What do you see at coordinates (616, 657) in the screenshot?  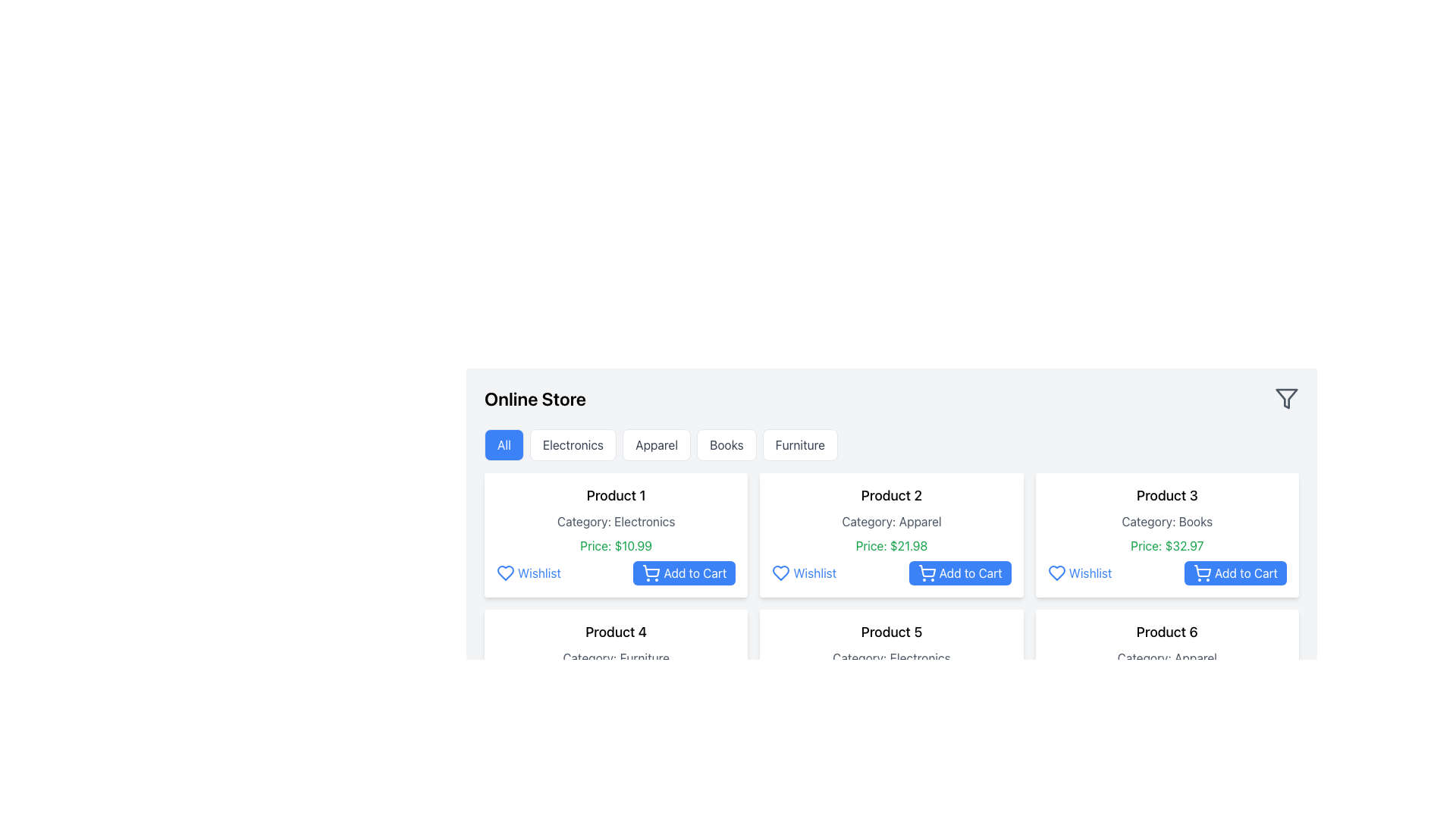 I see `text label indicating the category of the product, which is 'Furniture', located within the product card for 'Product 4', positioned below the title and above the price information` at bounding box center [616, 657].